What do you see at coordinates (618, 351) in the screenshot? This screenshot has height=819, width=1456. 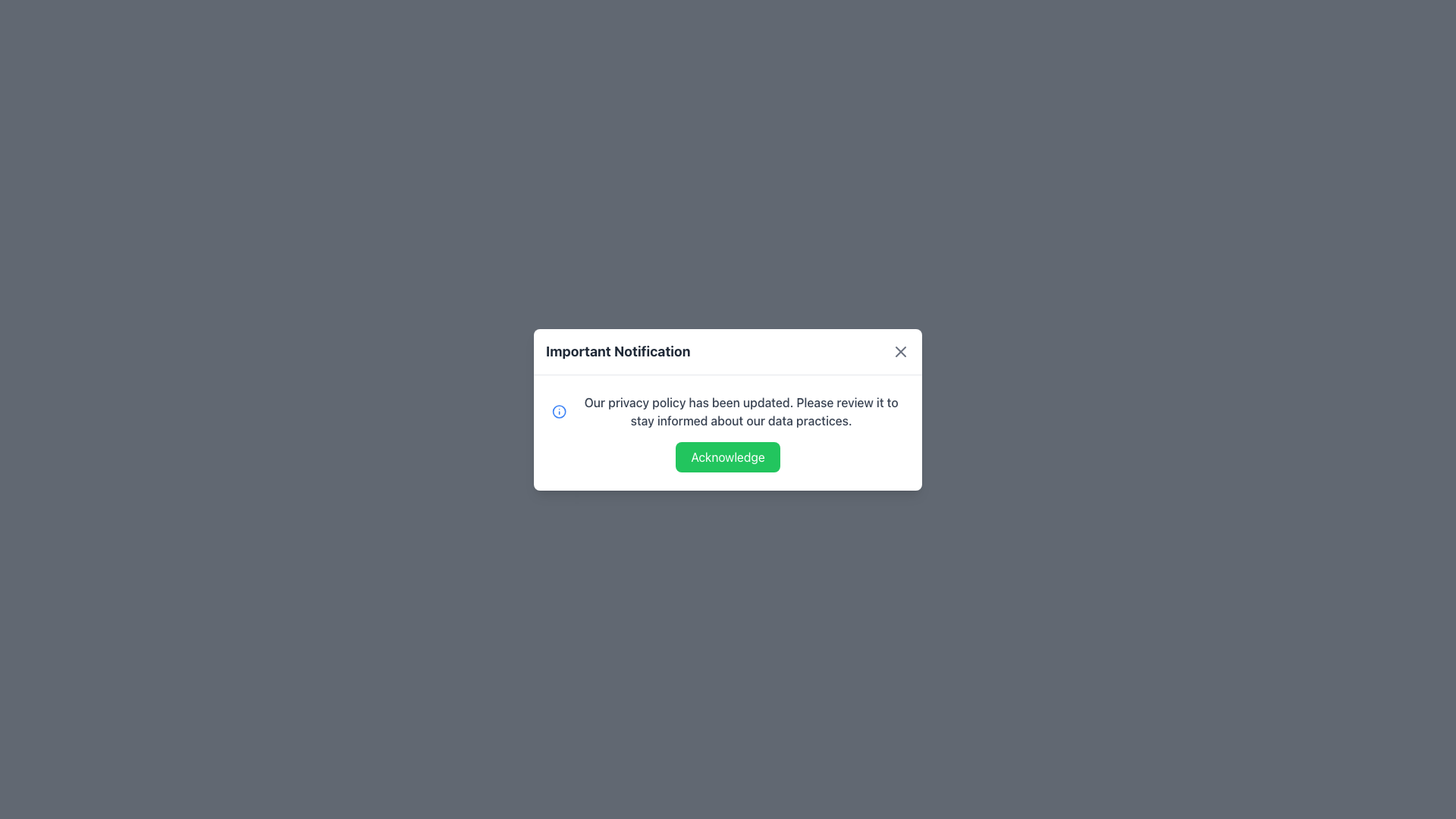 I see `text of the heading located at the top-left corner of the modal, which serves as an important notification for the user` at bounding box center [618, 351].